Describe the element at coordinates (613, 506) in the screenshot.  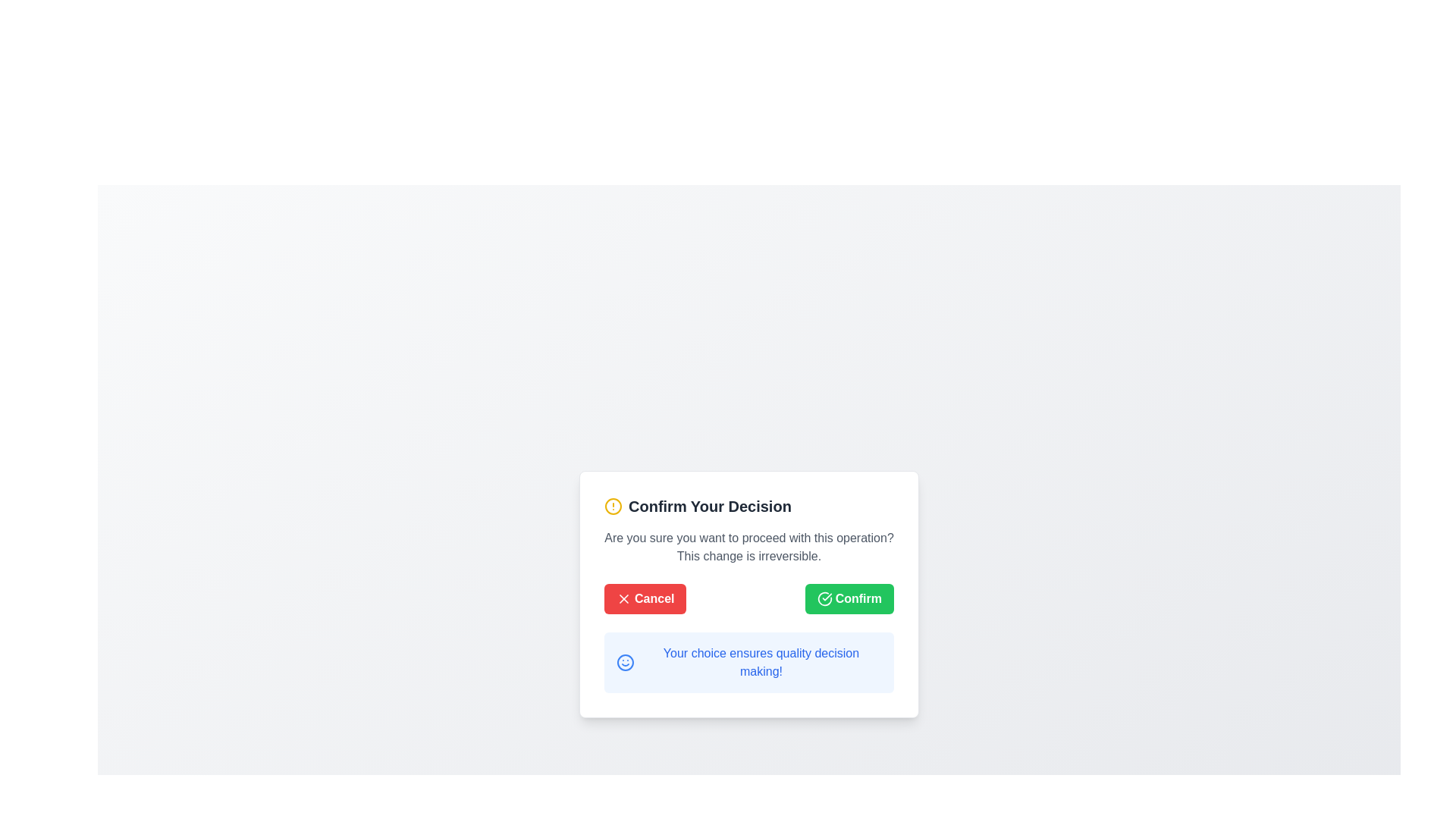
I see `the circular SVG graphic element that serves as an alert icon in the 'Confirm Your Decision' dialog box` at that location.